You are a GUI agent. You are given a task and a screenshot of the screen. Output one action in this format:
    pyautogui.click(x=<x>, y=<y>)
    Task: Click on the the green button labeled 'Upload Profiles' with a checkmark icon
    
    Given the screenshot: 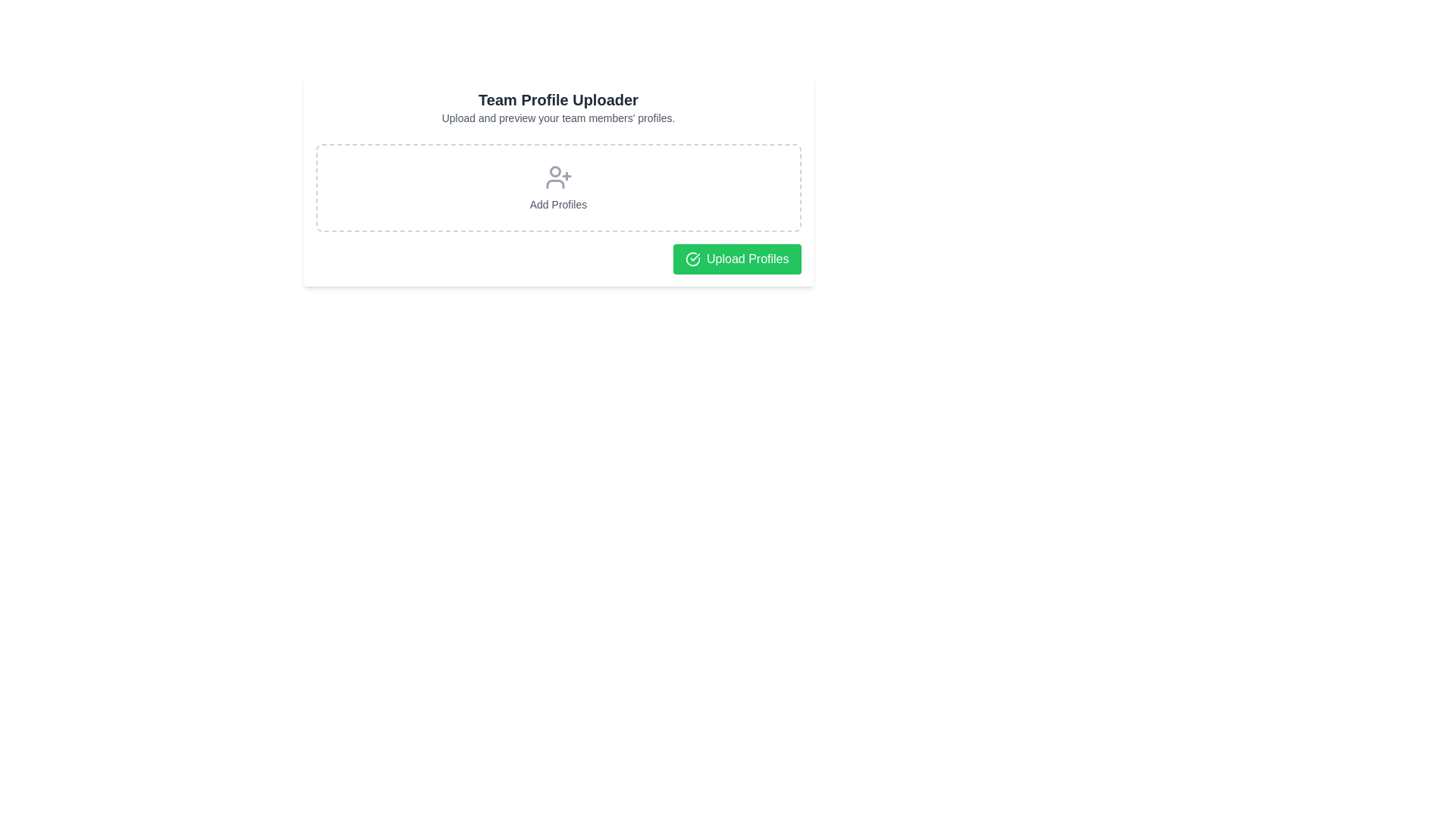 What is the action you would take?
    pyautogui.click(x=737, y=259)
    